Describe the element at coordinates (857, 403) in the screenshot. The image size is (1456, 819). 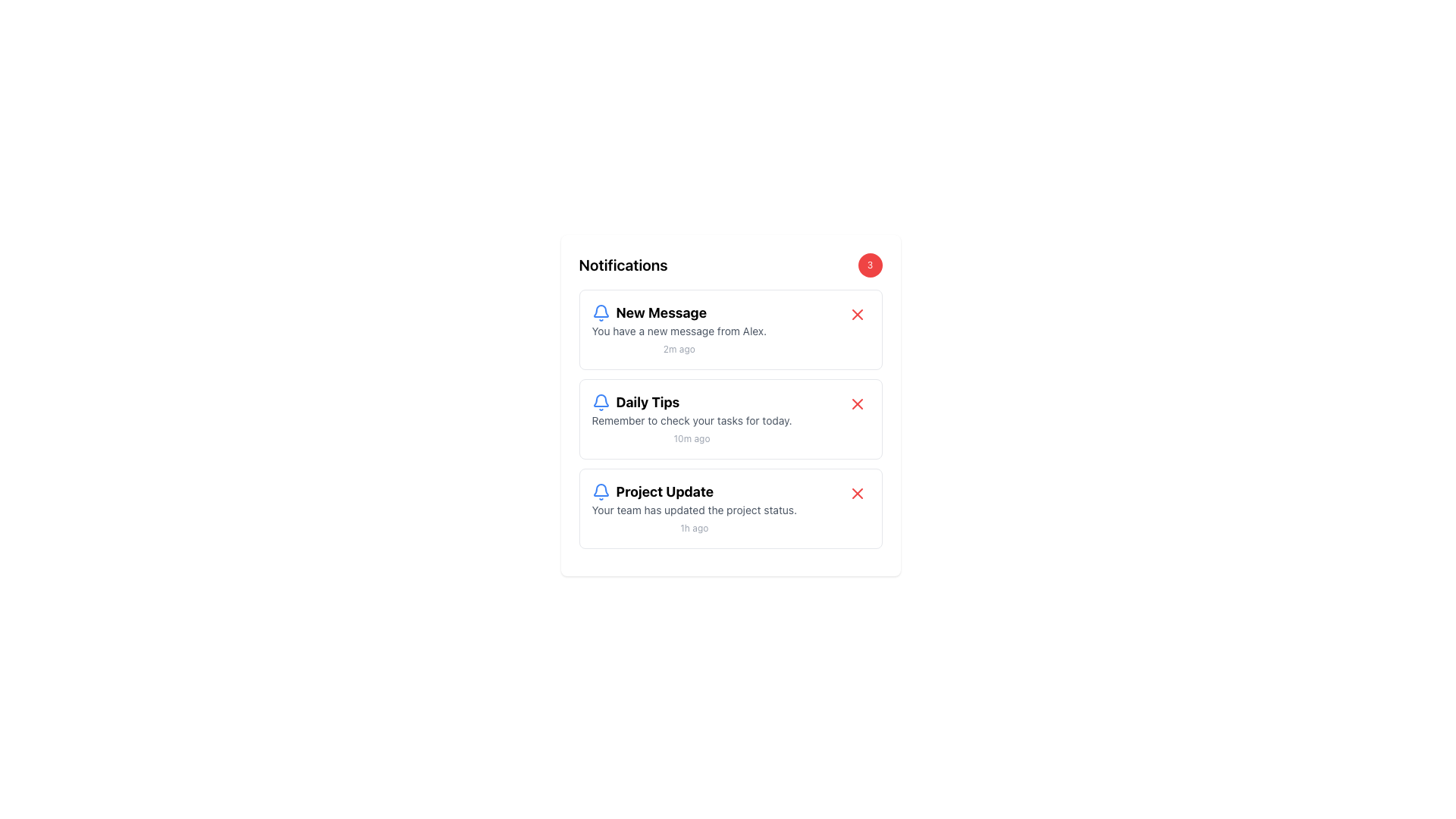
I see `the dismiss button of the 'Daily Tips' notification, which is located in the rightmost part of the notification item` at that location.